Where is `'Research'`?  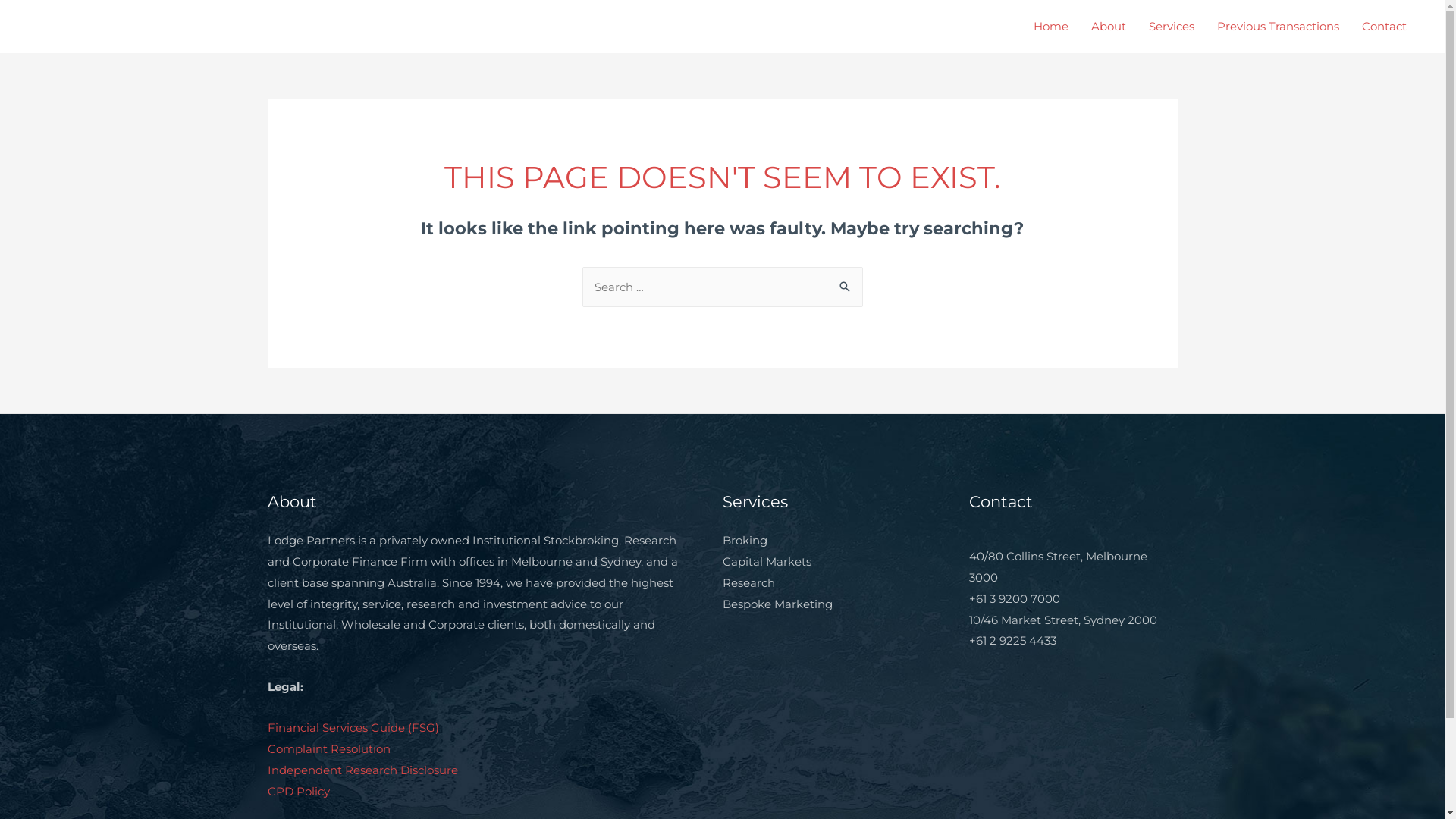
'Research' is located at coordinates (748, 582).